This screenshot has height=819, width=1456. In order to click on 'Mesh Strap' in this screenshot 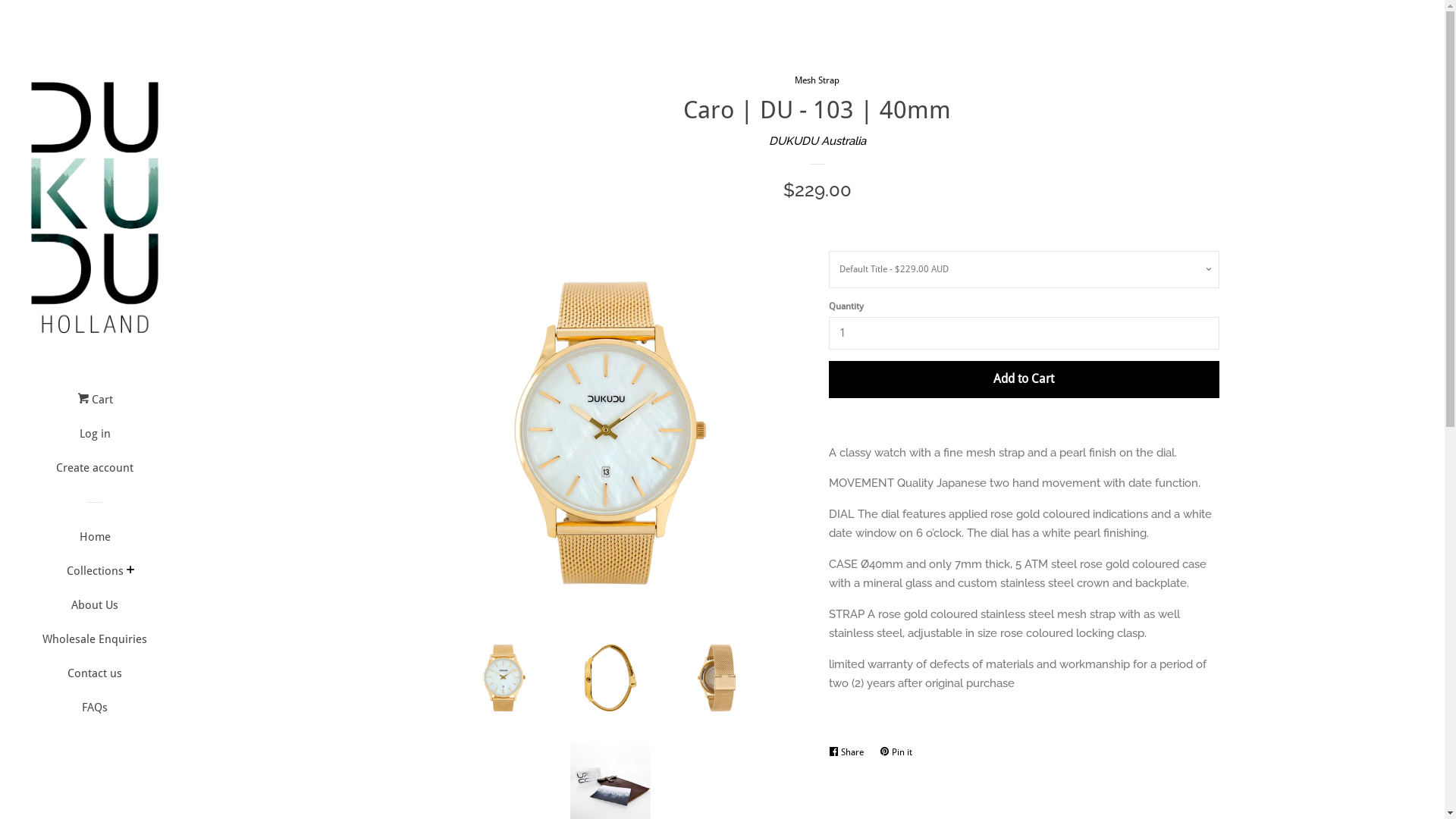, I will do `click(816, 80)`.